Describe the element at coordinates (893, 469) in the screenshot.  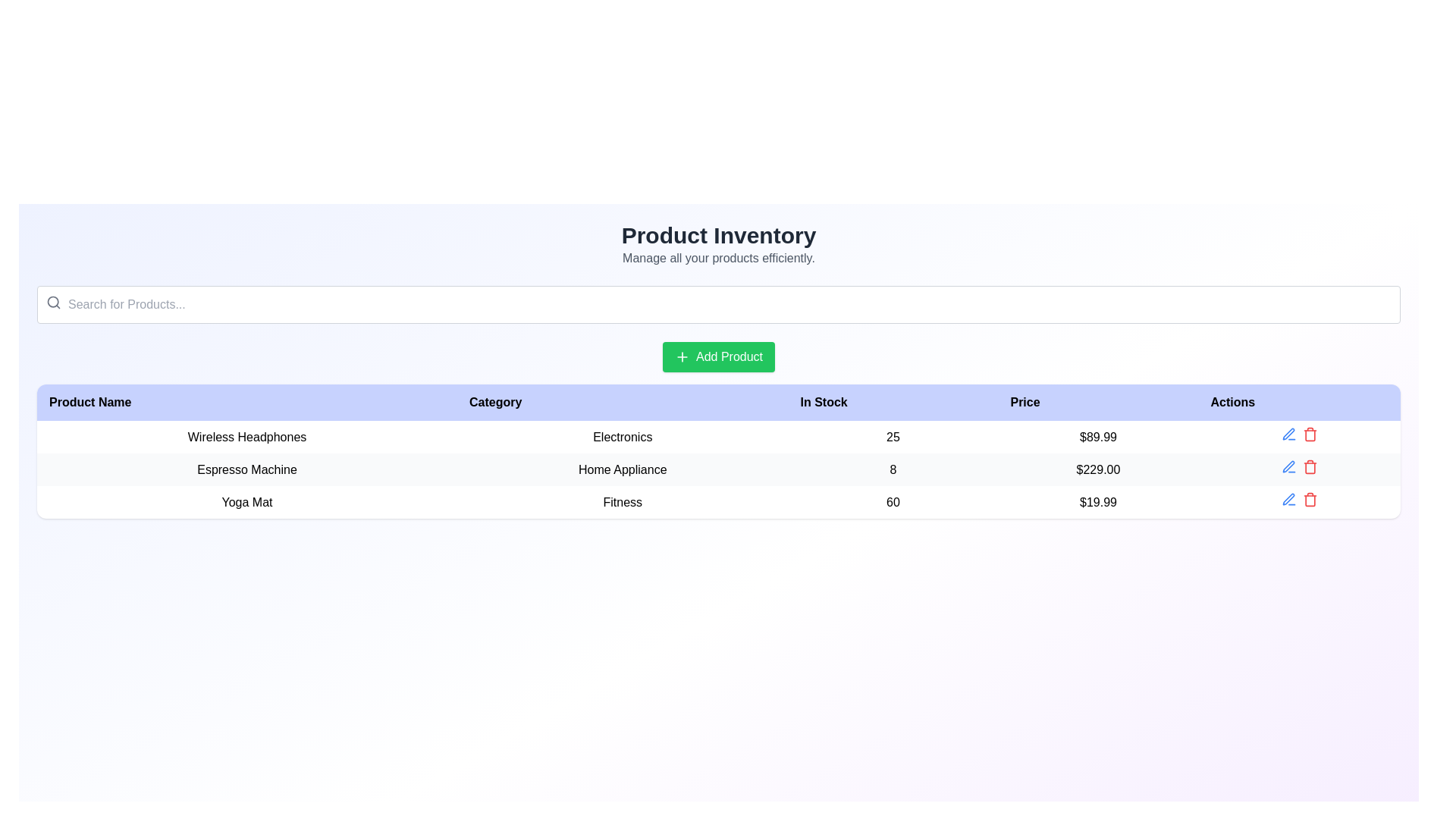
I see `the Text Label displaying the number '8' in the 'In Stock' column of the 'Espresso Machine' row` at that location.